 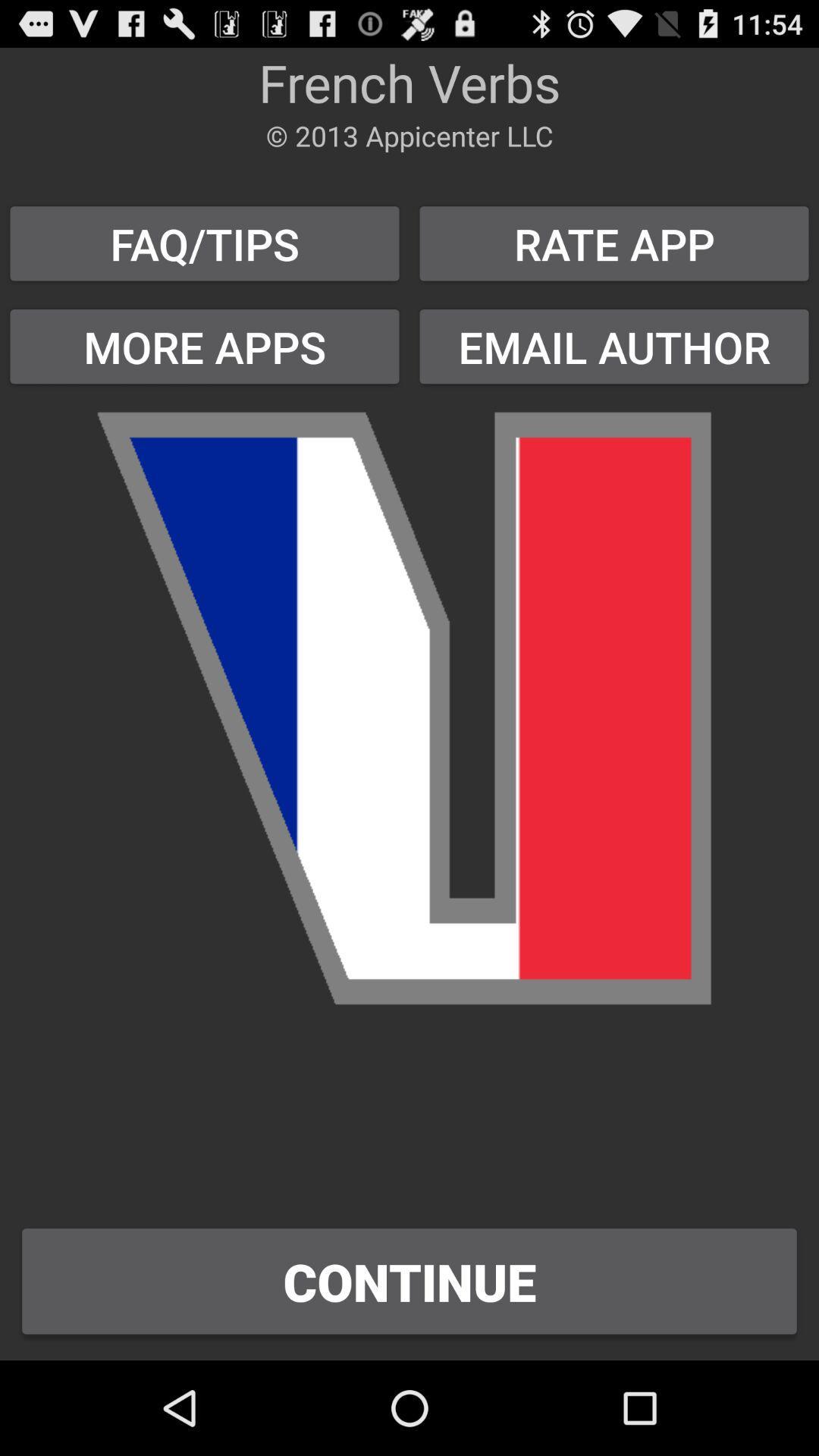 What do you see at coordinates (614, 243) in the screenshot?
I see `icon next to the faq/tips button` at bounding box center [614, 243].